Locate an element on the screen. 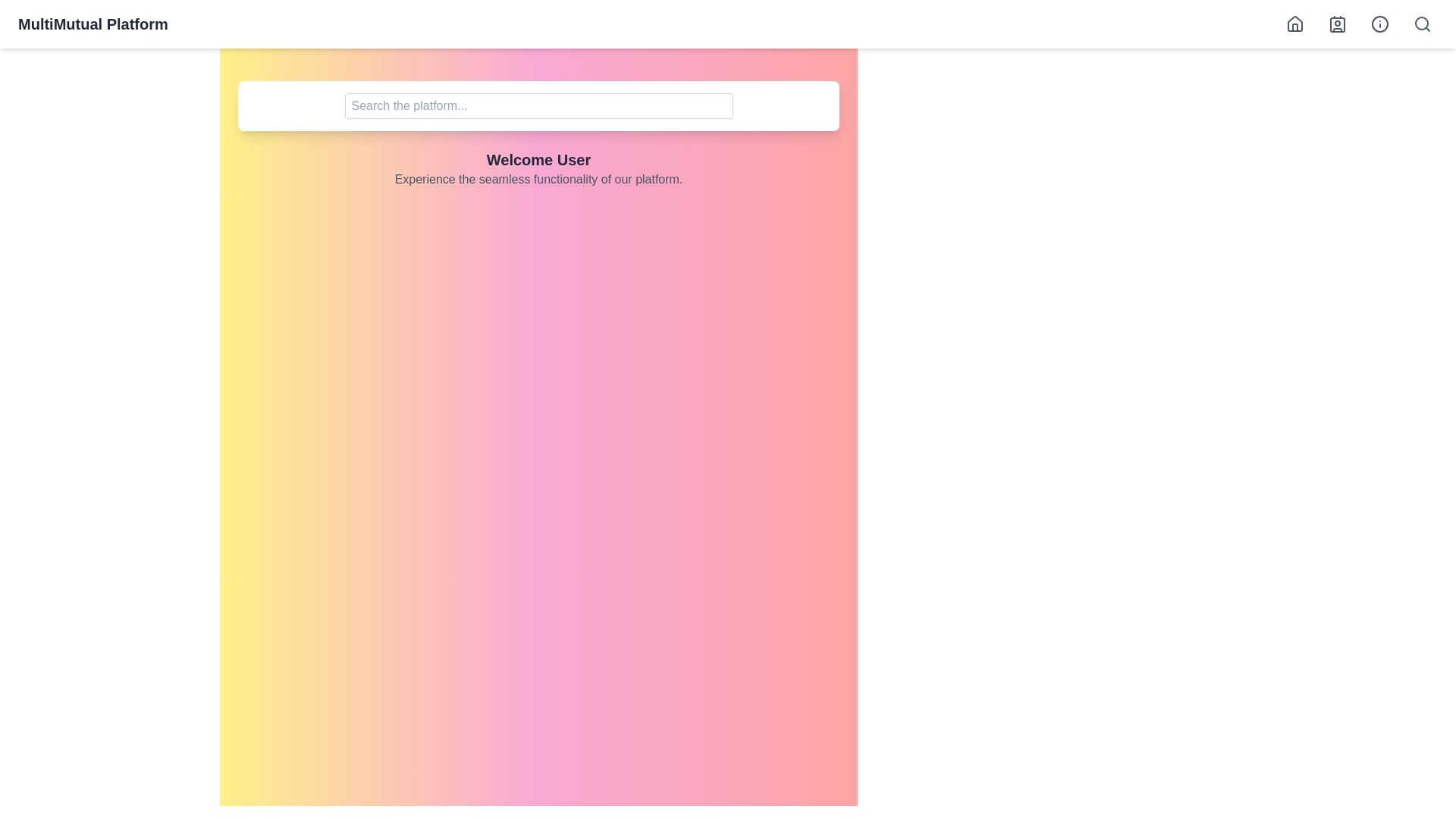  the search button to toggle the search input visibility is located at coordinates (1422, 24).